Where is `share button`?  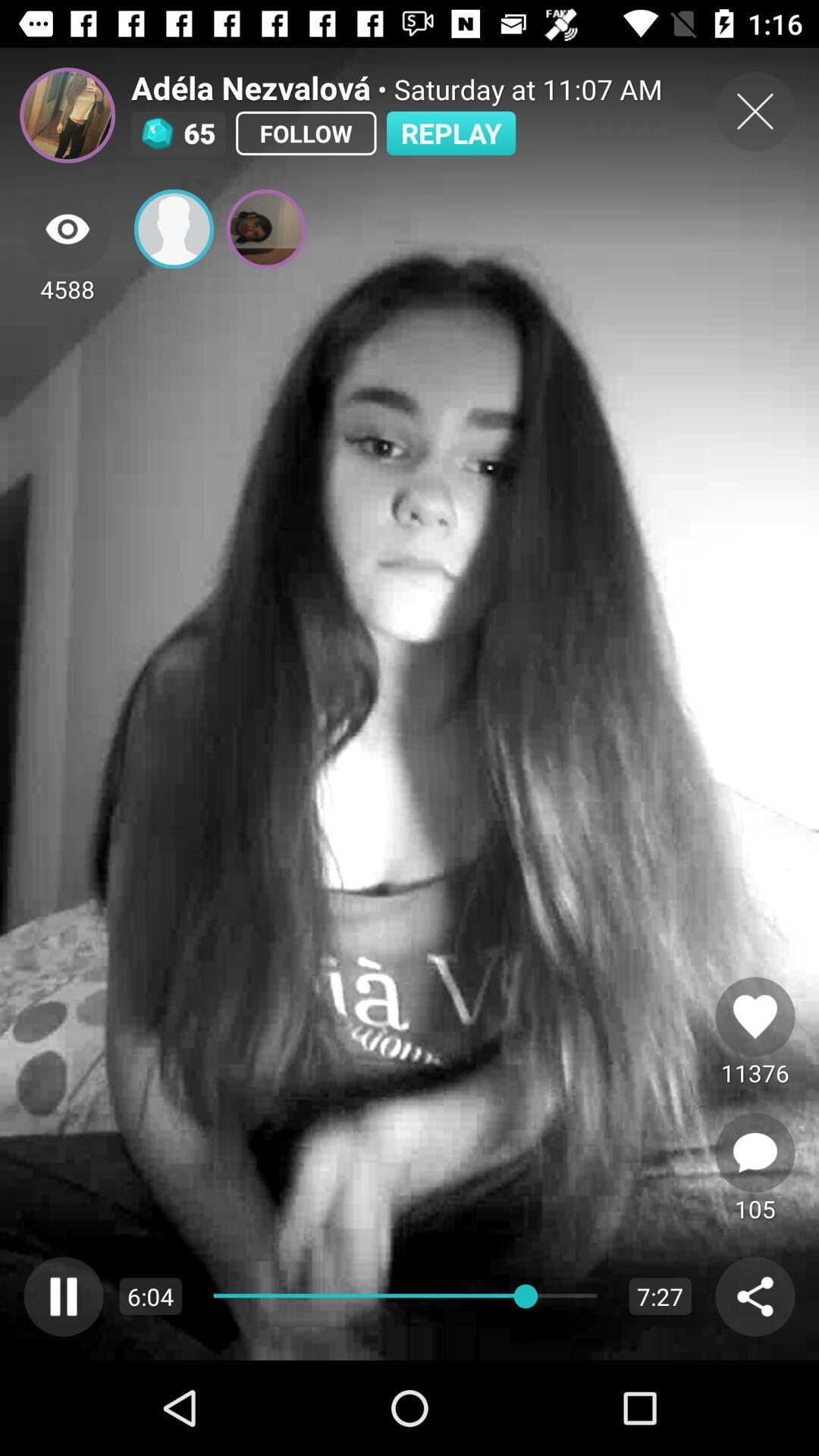 share button is located at coordinates (755, 1295).